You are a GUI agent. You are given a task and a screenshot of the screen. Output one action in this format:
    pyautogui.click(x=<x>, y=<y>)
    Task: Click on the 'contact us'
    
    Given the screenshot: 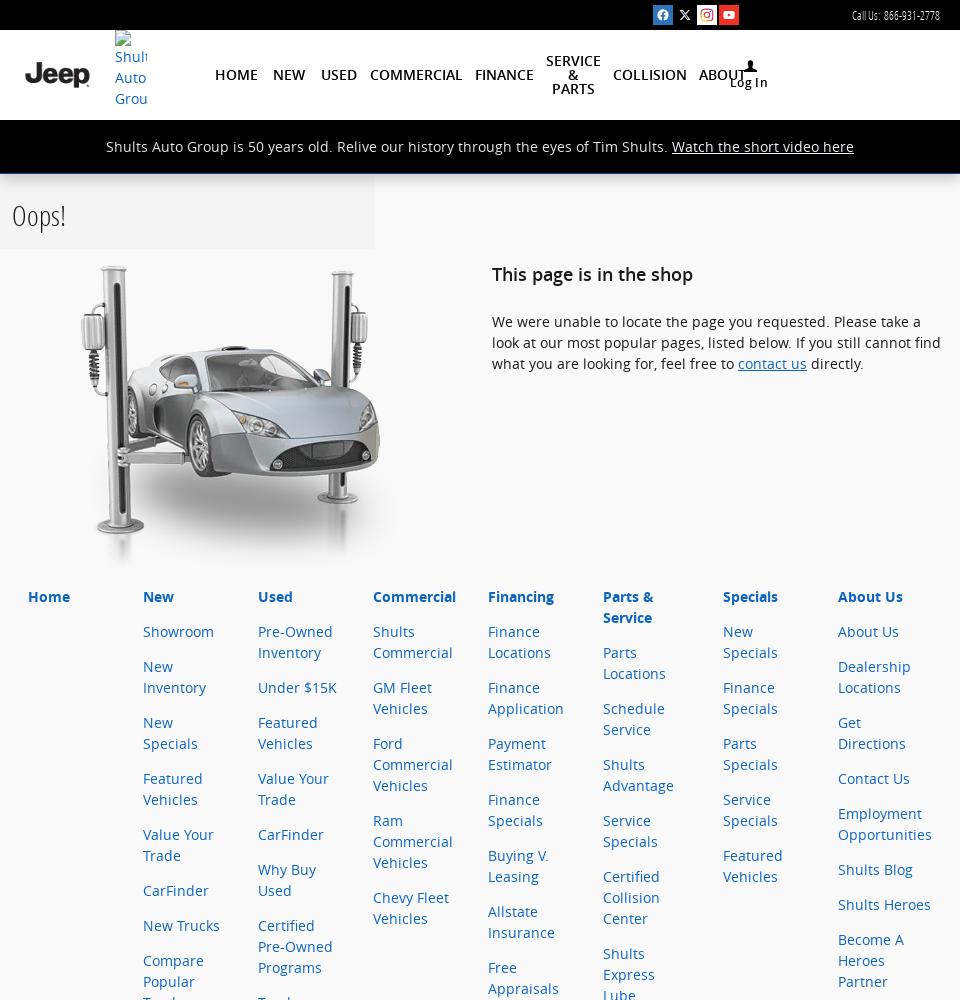 What is the action you would take?
    pyautogui.click(x=771, y=361)
    